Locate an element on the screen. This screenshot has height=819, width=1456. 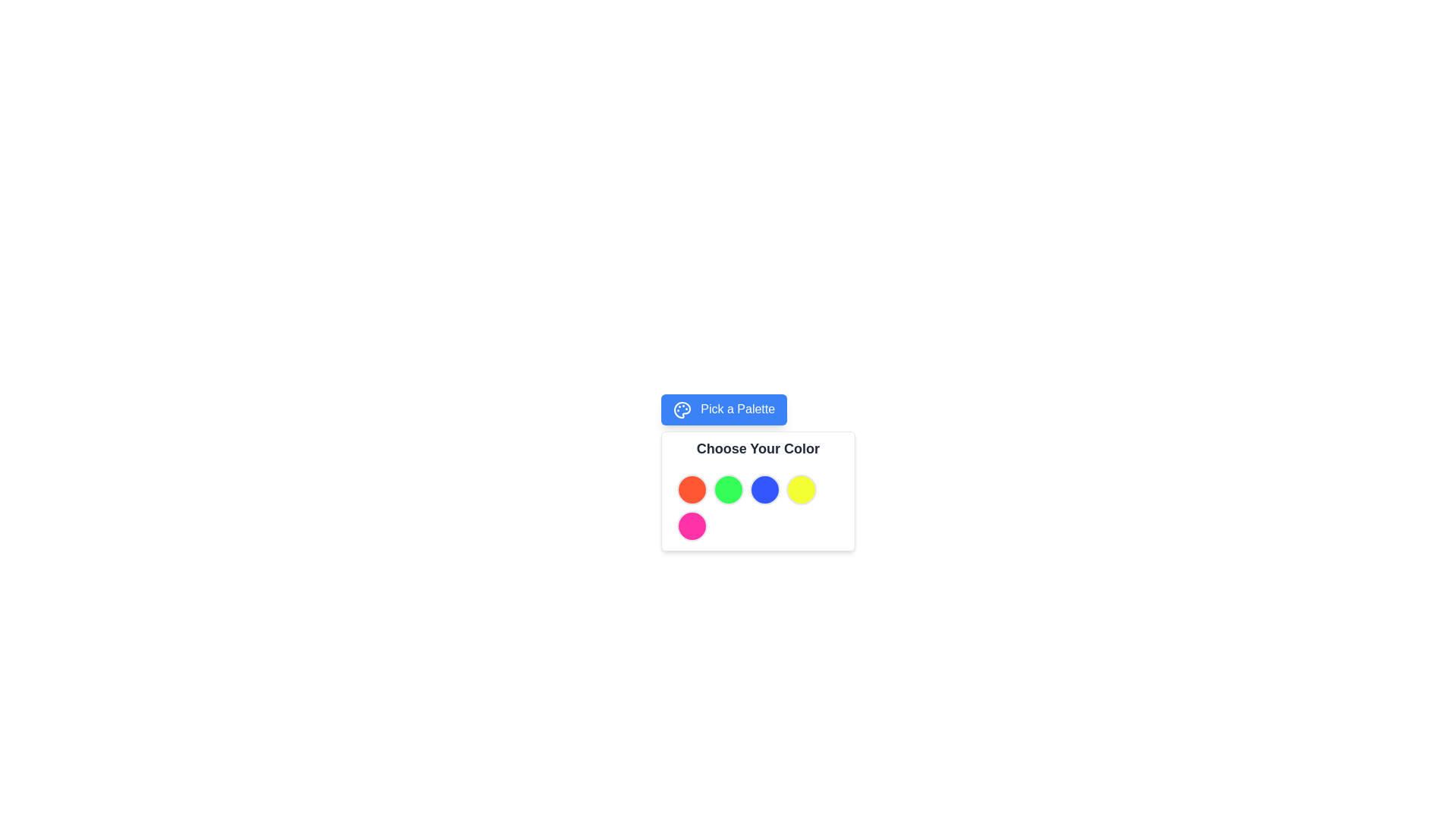
the button with a blue background and white text 'Pick a Palette' is located at coordinates (723, 409).